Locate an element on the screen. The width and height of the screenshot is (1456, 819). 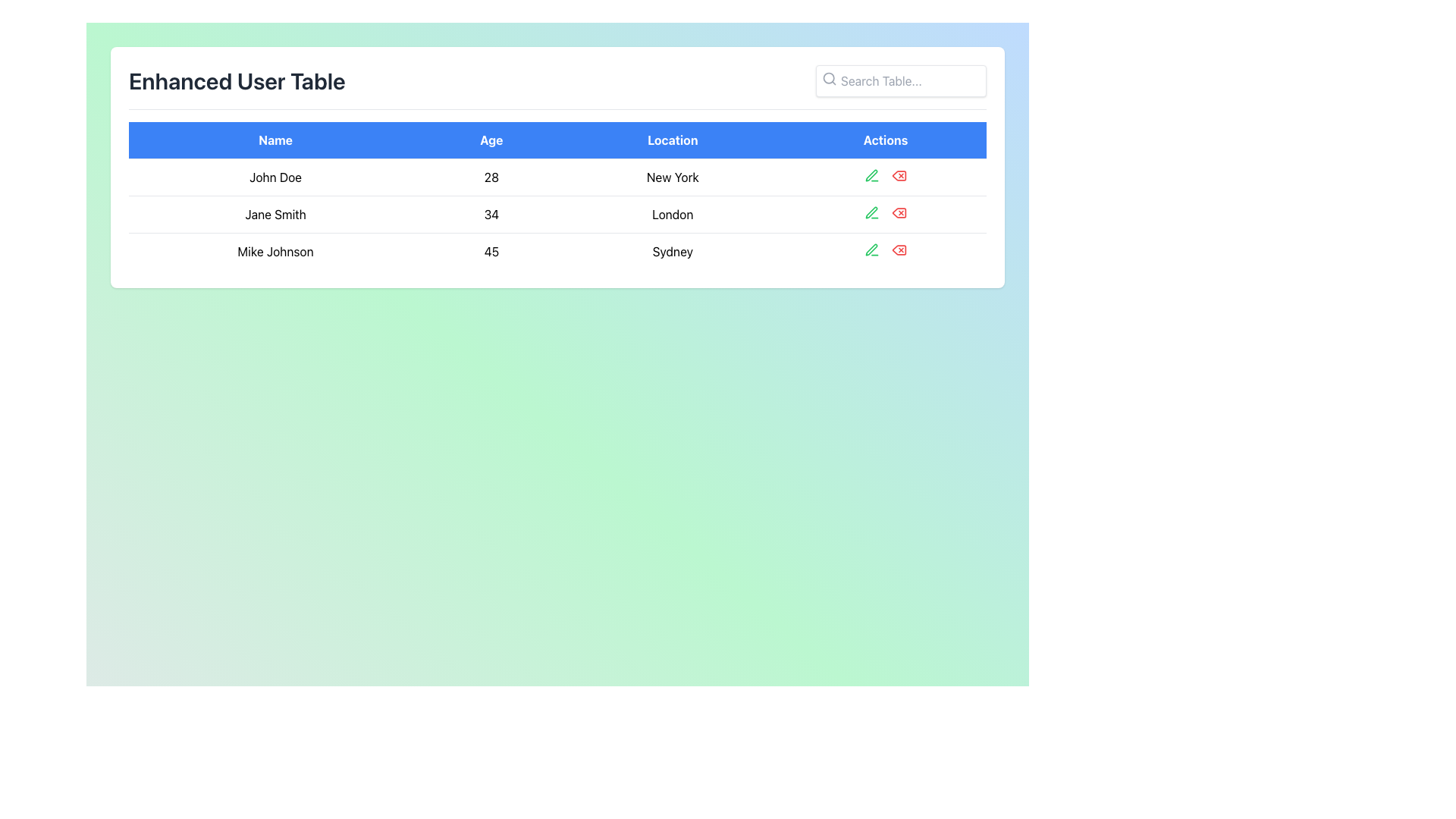
the delete button in the Actions column for the 'Jane Smith' entry in the table, located in the second row is located at coordinates (885, 213).